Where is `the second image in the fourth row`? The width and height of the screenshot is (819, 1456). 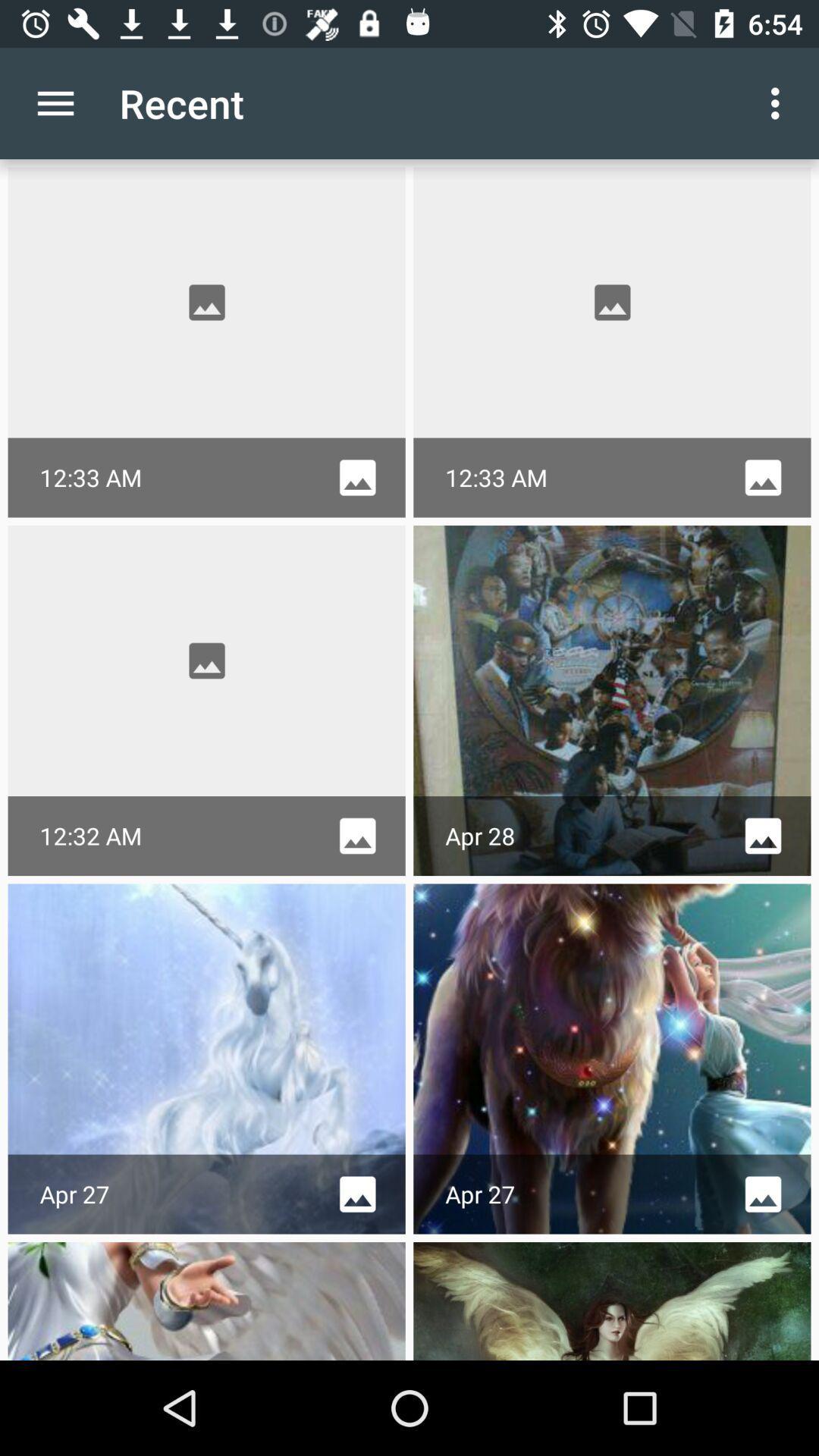 the second image in the fourth row is located at coordinates (611, 1300).